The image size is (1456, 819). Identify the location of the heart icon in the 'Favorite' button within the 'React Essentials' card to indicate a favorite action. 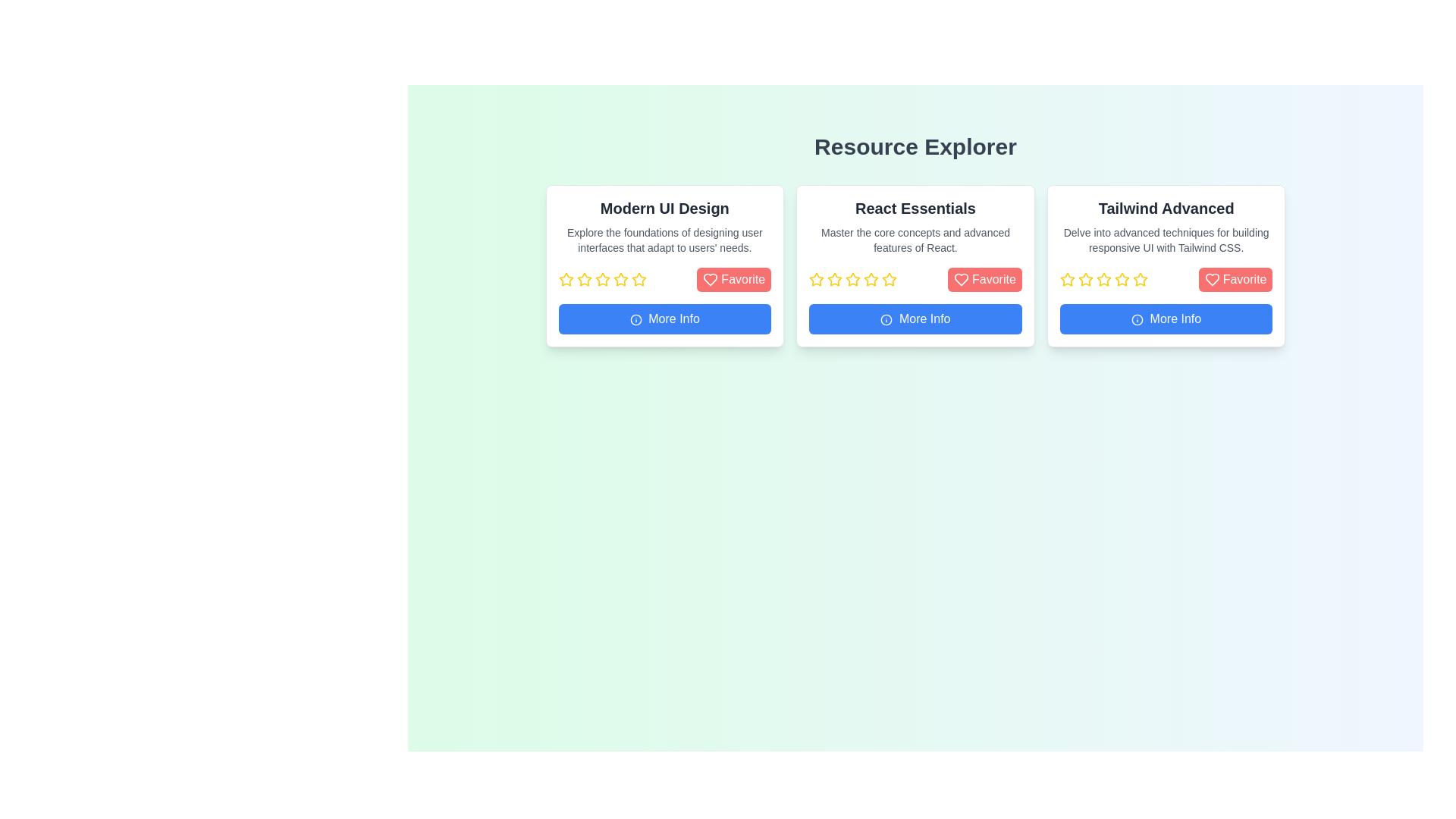
(960, 280).